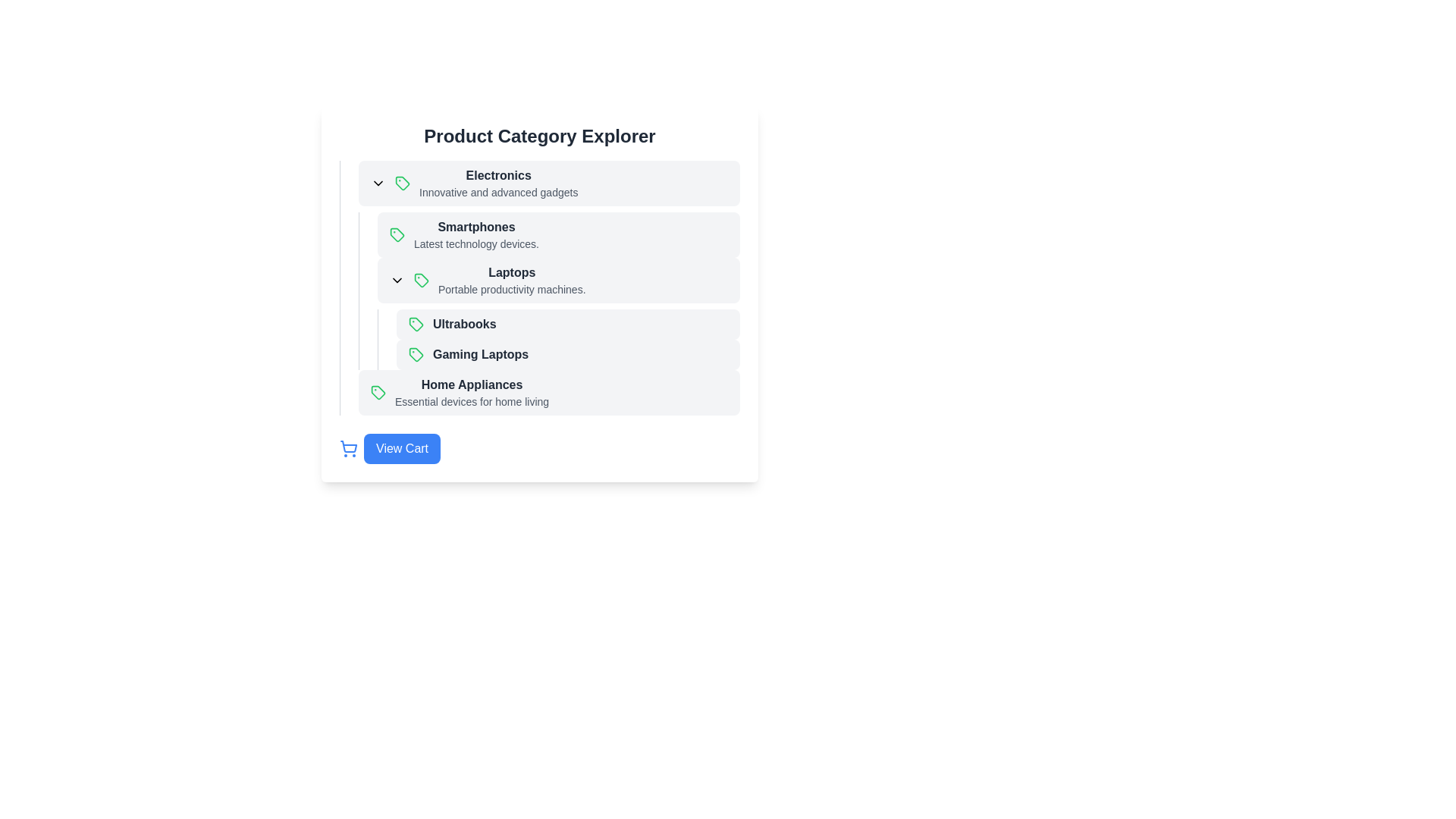 The width and height of the screenshot is (1456, 819). What do you see at coordinates (512, 281) in the screenshot?
I see `text block titled 'Laptops' which contains the description 'Portable productivity machines.' located under the 'Smartphones' section in the 'Product Category Explorer.'` at bounding box center [512, 281].